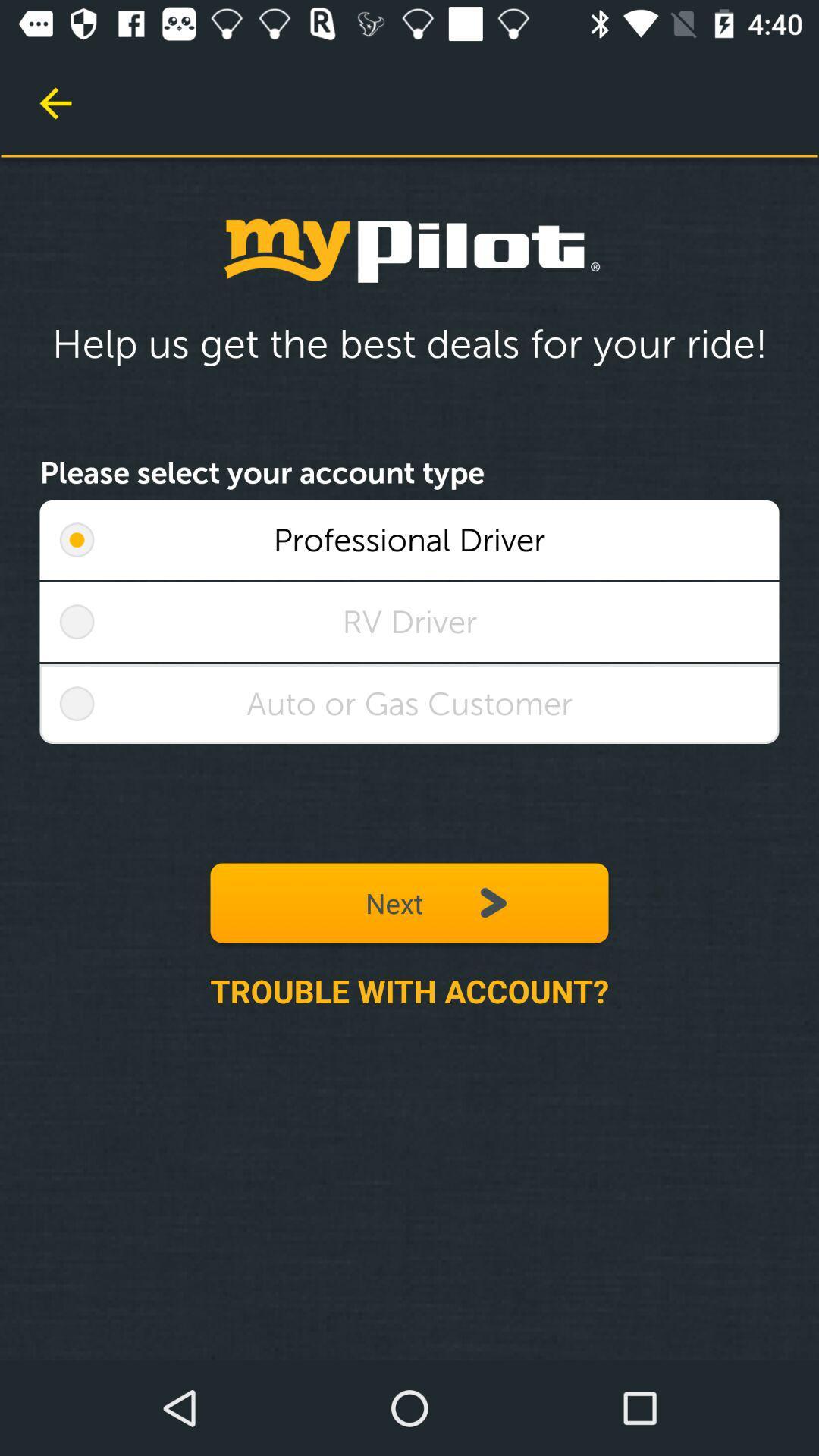  What do you see at coordinates (77, 540) in the screenshot?
I see `the national_flag icon` at bounding box center [77, 540].